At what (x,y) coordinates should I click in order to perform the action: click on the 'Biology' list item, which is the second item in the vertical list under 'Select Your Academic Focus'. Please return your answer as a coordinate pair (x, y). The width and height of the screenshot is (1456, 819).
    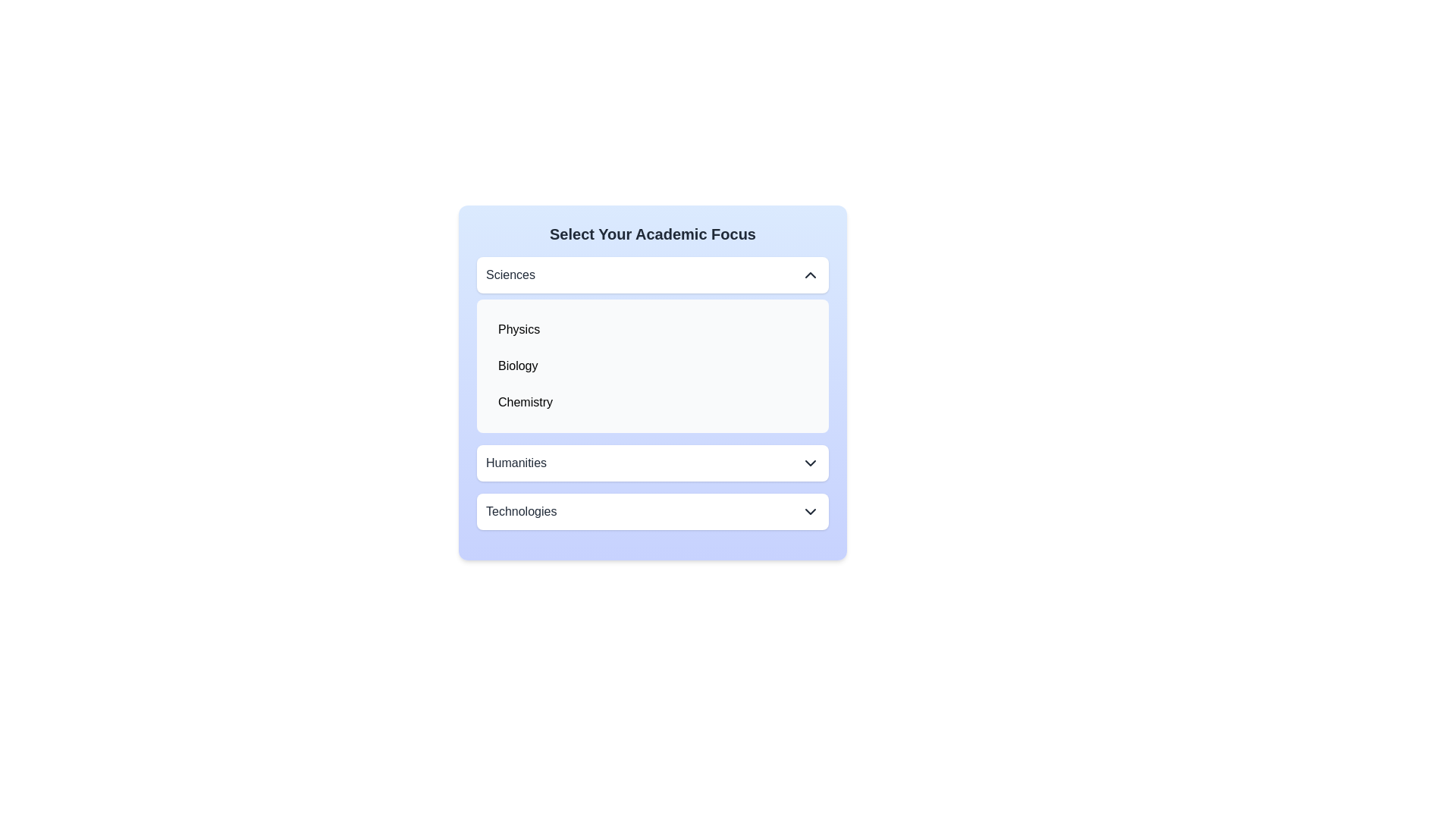
    Looking at the image, I should click on (652, 366).